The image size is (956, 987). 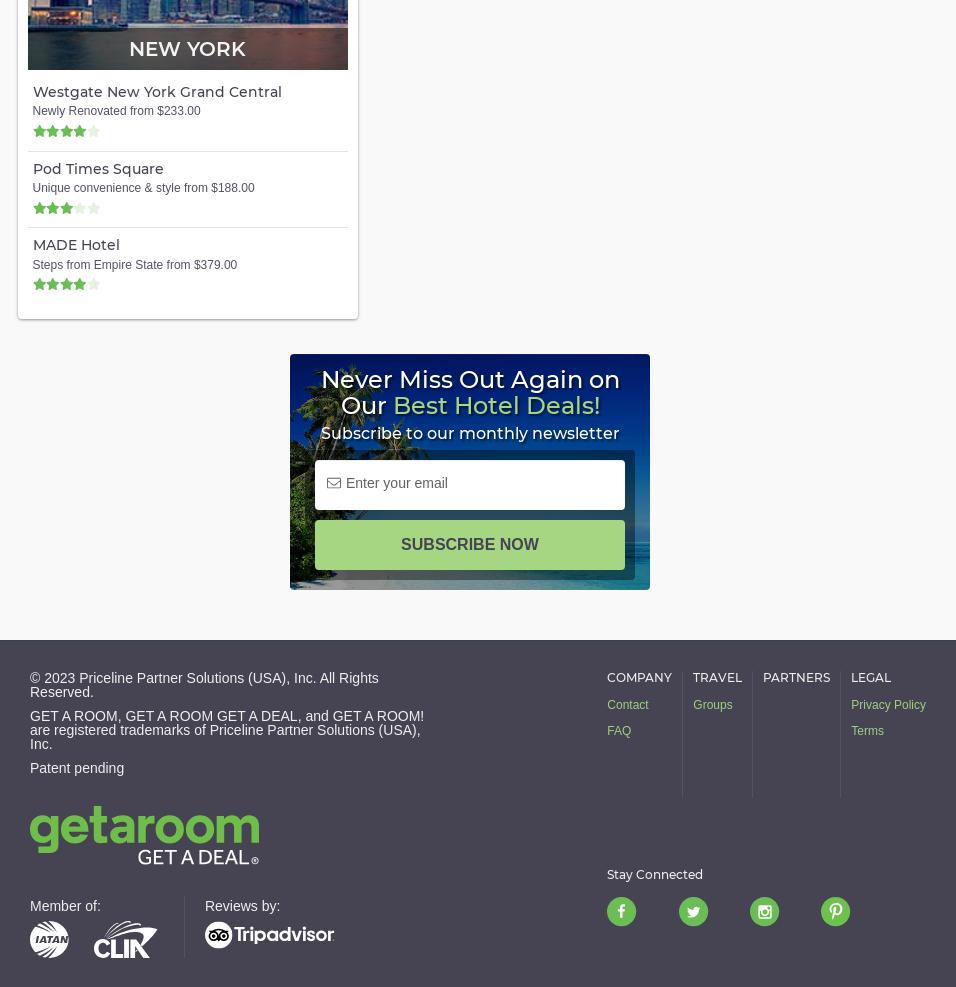 I want to click on 'Company', so click(x=606, y=677).